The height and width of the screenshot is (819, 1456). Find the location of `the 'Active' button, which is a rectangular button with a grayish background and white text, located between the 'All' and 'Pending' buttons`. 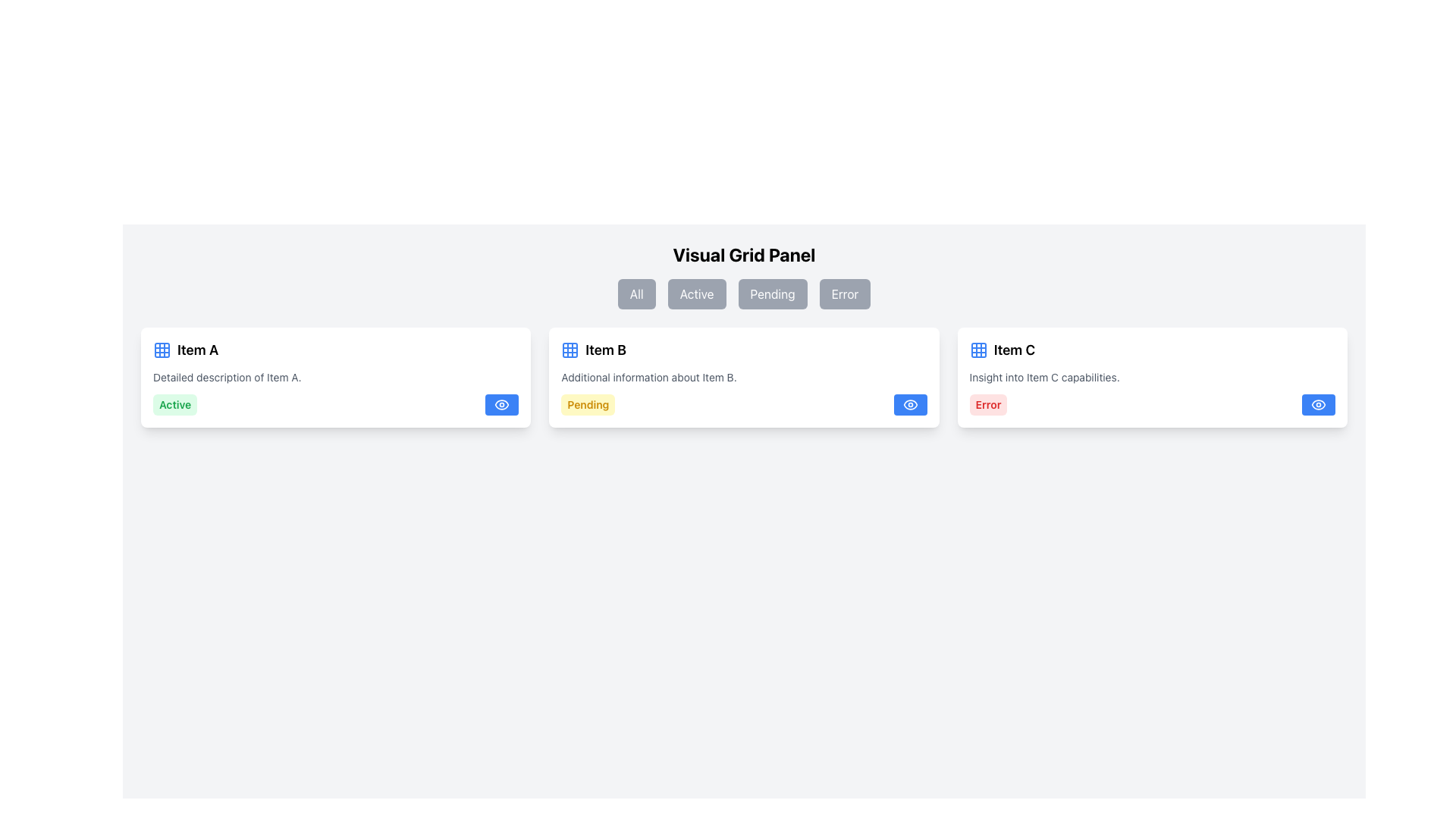

the 'Active' button, which is a rectangular button with a grayish background and white text, located between the 'All' and 'Pending' buttons is located at coordinates (696, 294).